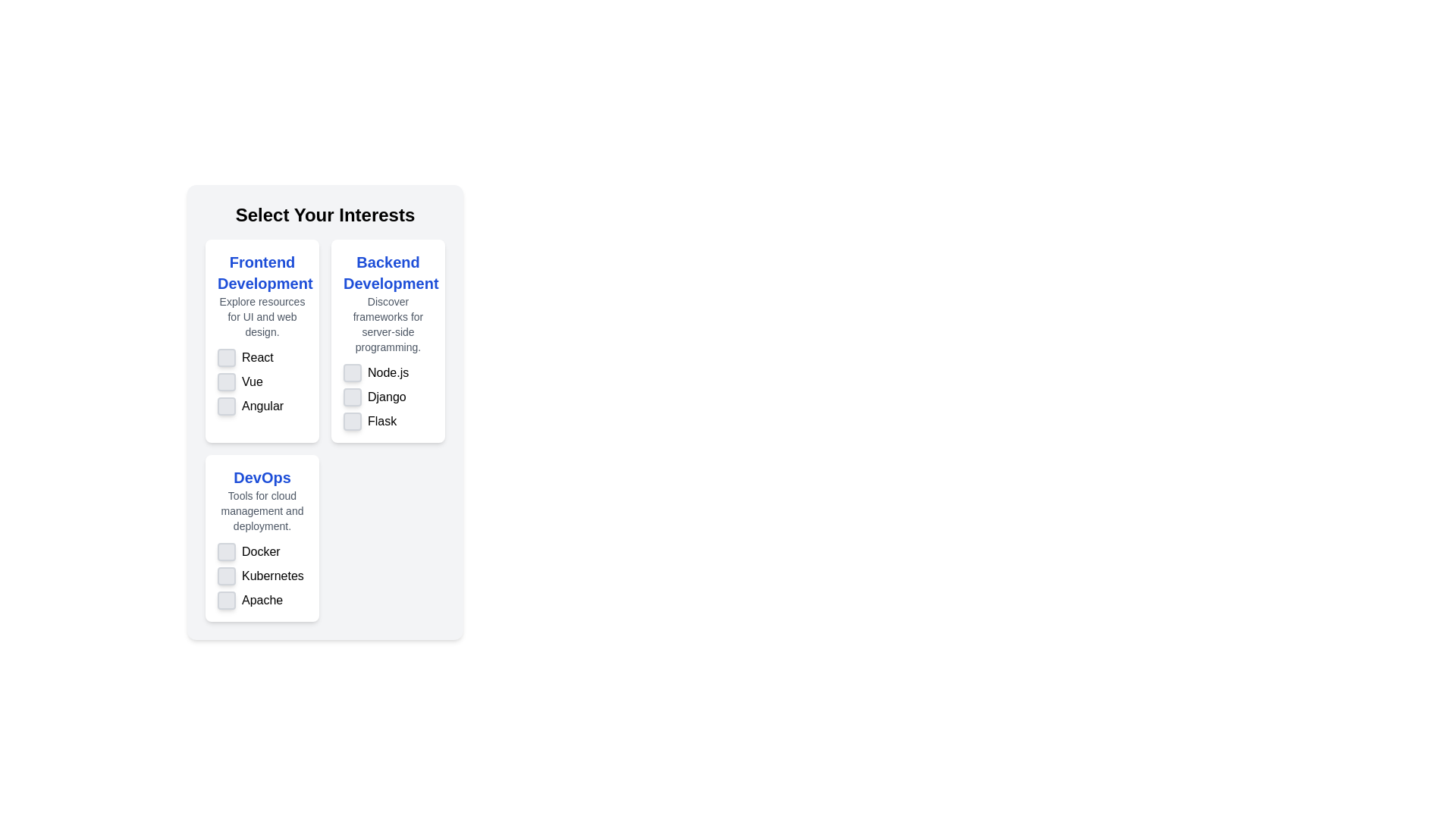 The width and height of the screenshot is (1456, 819). Describe the element at coordinates (352, 397) in the screenshot. I see `the checkbox` at that location.